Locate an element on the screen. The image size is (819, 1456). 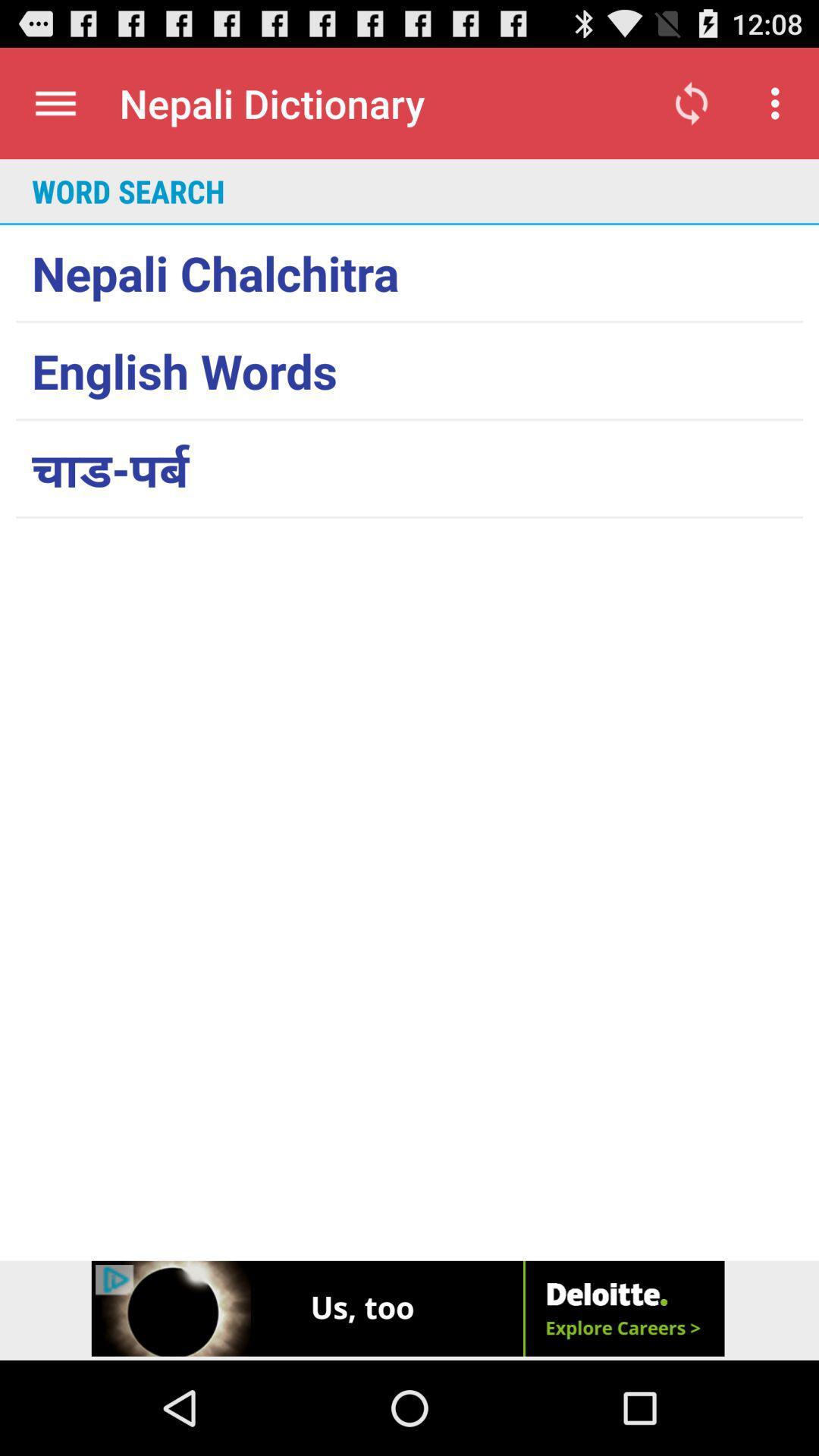
advertiser site is located at coordinates (409, 1310).